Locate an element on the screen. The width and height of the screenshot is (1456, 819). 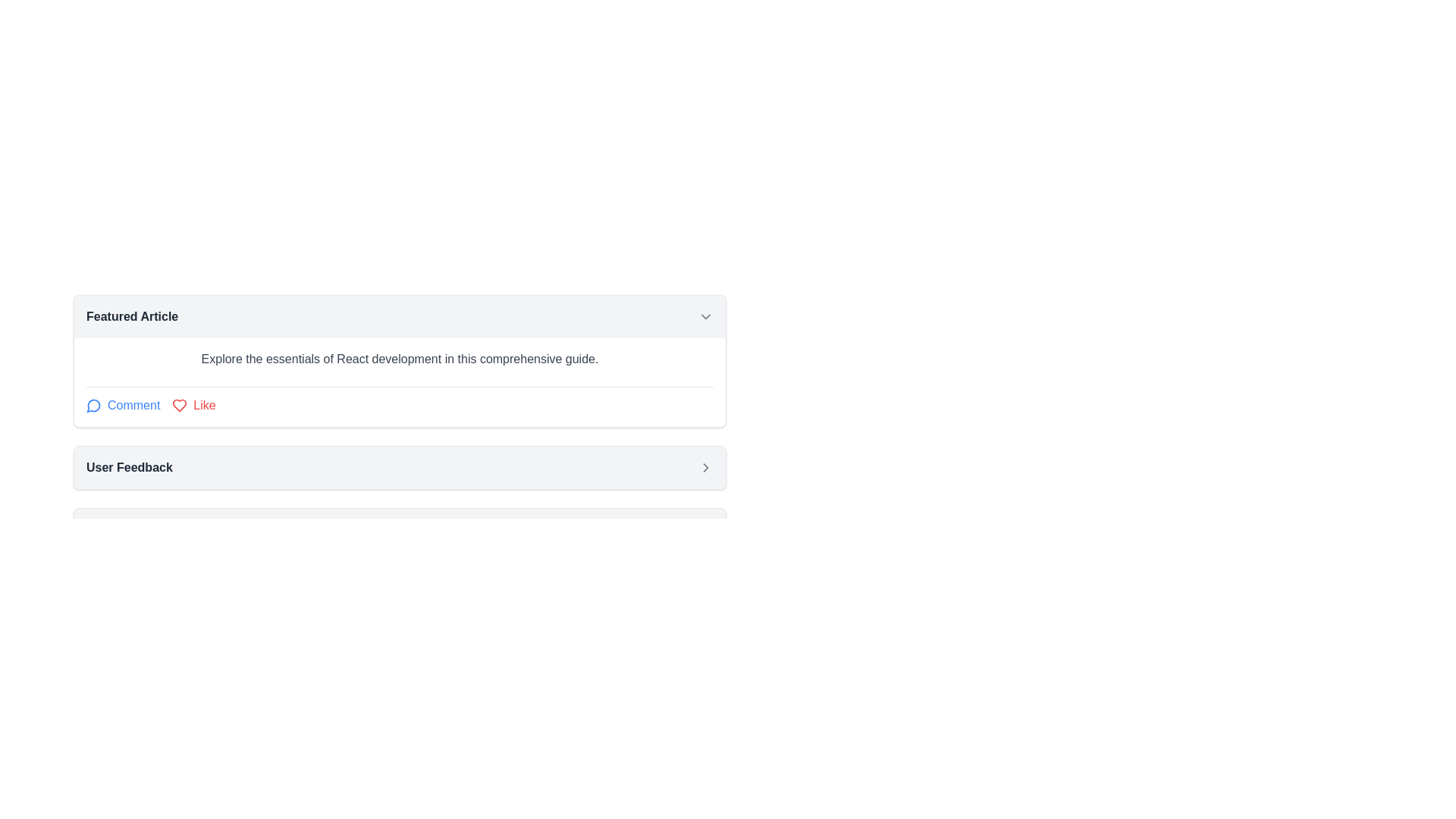
the button located below the 'Featured Article' section is located at coordinates (400, 467).